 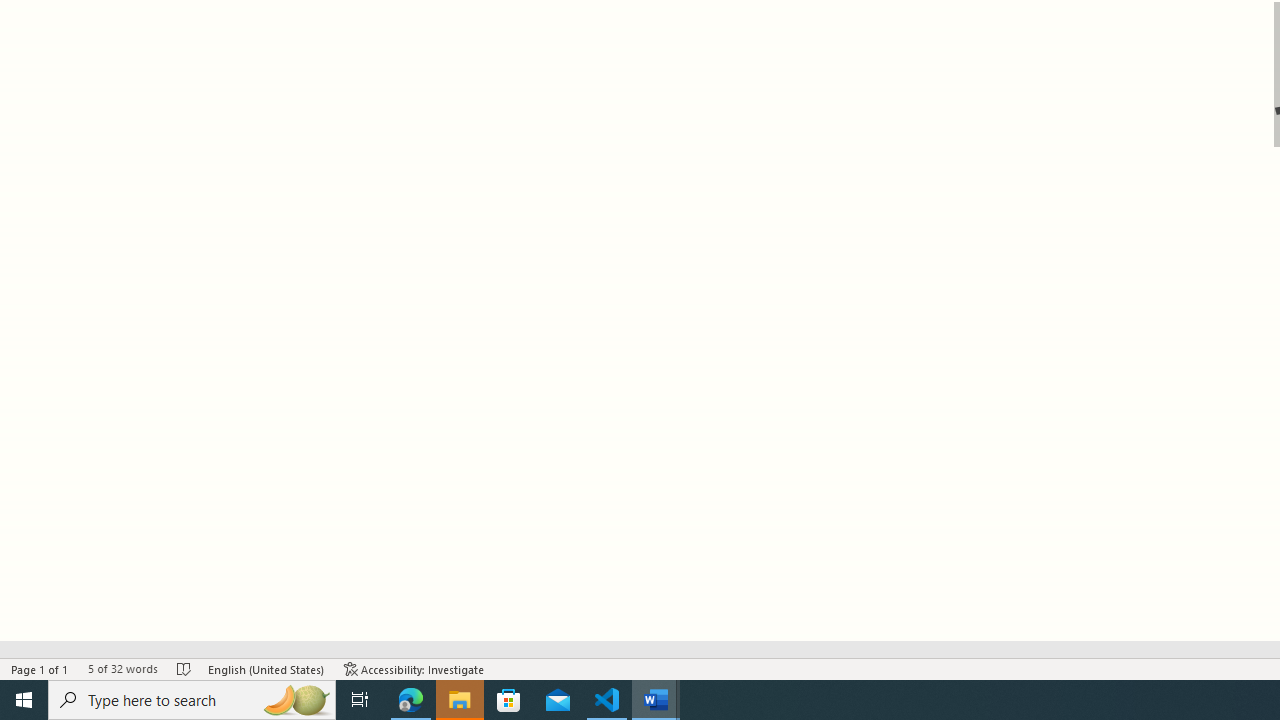 I want to click on 'Page Number Page 1 of 1', so click(x=40, y=669).